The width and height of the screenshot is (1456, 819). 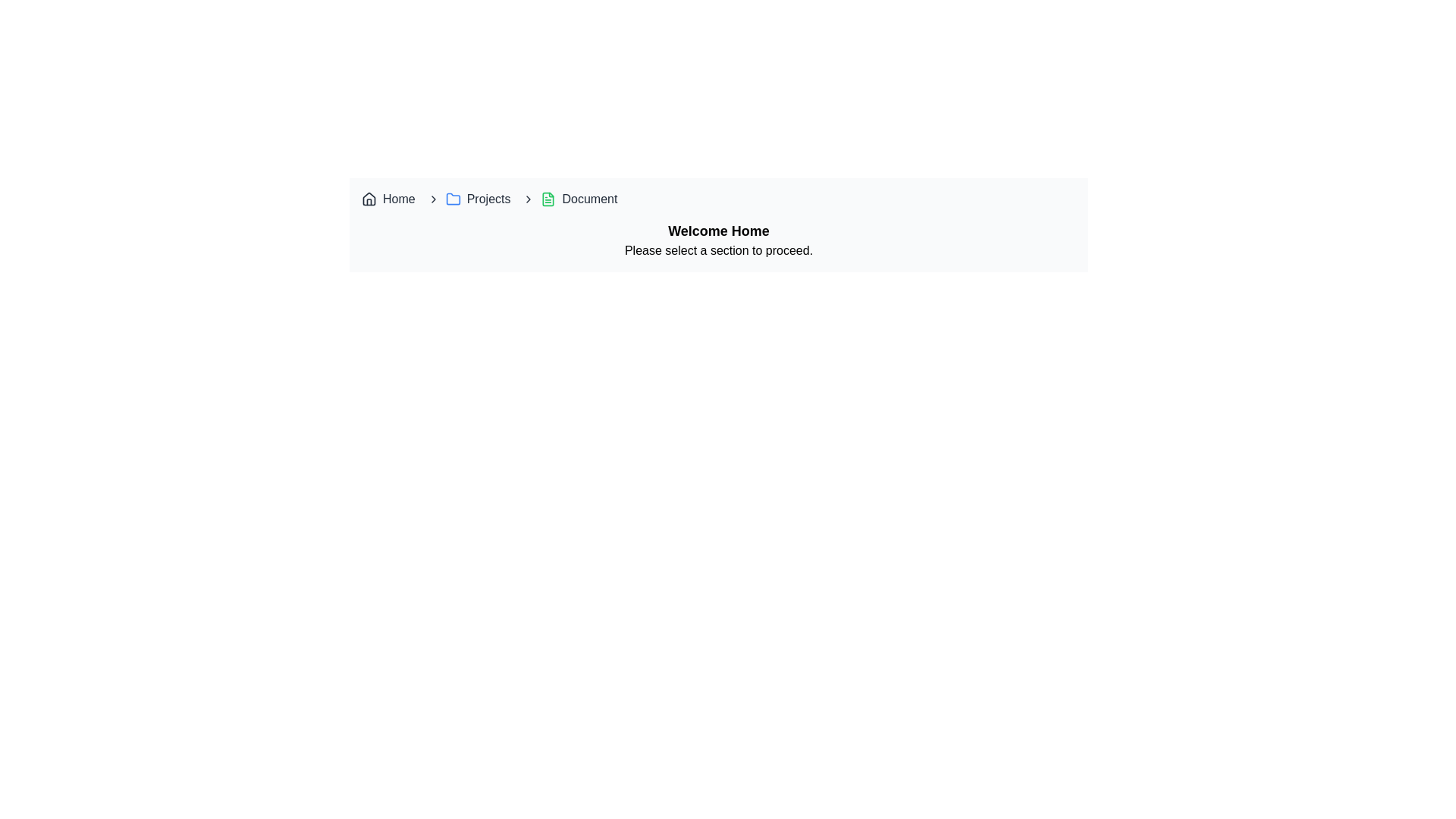 What do you see at coordinates (452, 198) in the screenshot?
I see `the 'Projects' icon in the breadcrumb navigation bar, which is the third icon following the house icon and a right chevron` at bounding box center [452, 198].